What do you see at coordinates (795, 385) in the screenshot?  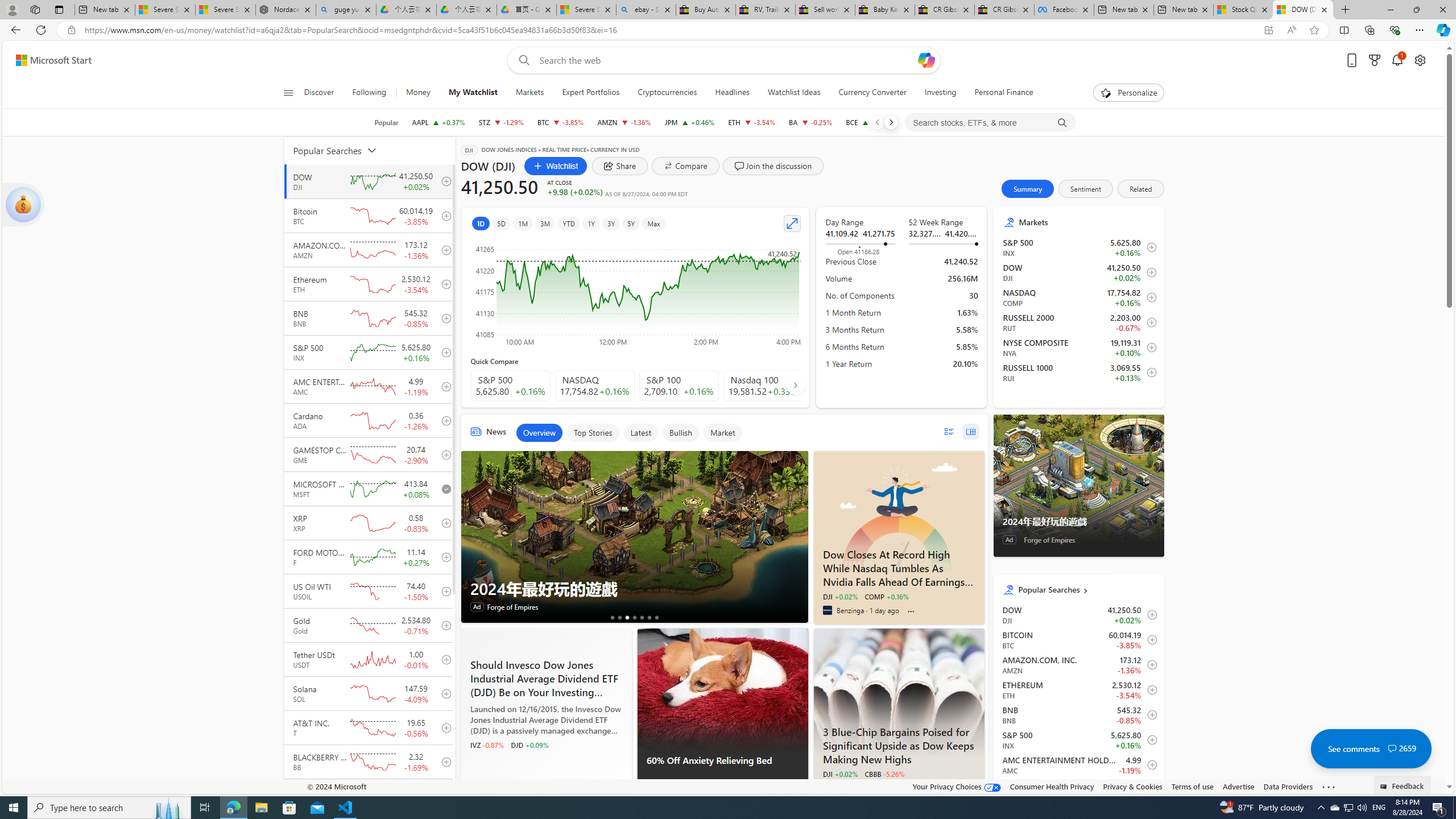 I see `'AutomationID: finance_carousel_navi_arrow'` at bounding box center [795, 385].